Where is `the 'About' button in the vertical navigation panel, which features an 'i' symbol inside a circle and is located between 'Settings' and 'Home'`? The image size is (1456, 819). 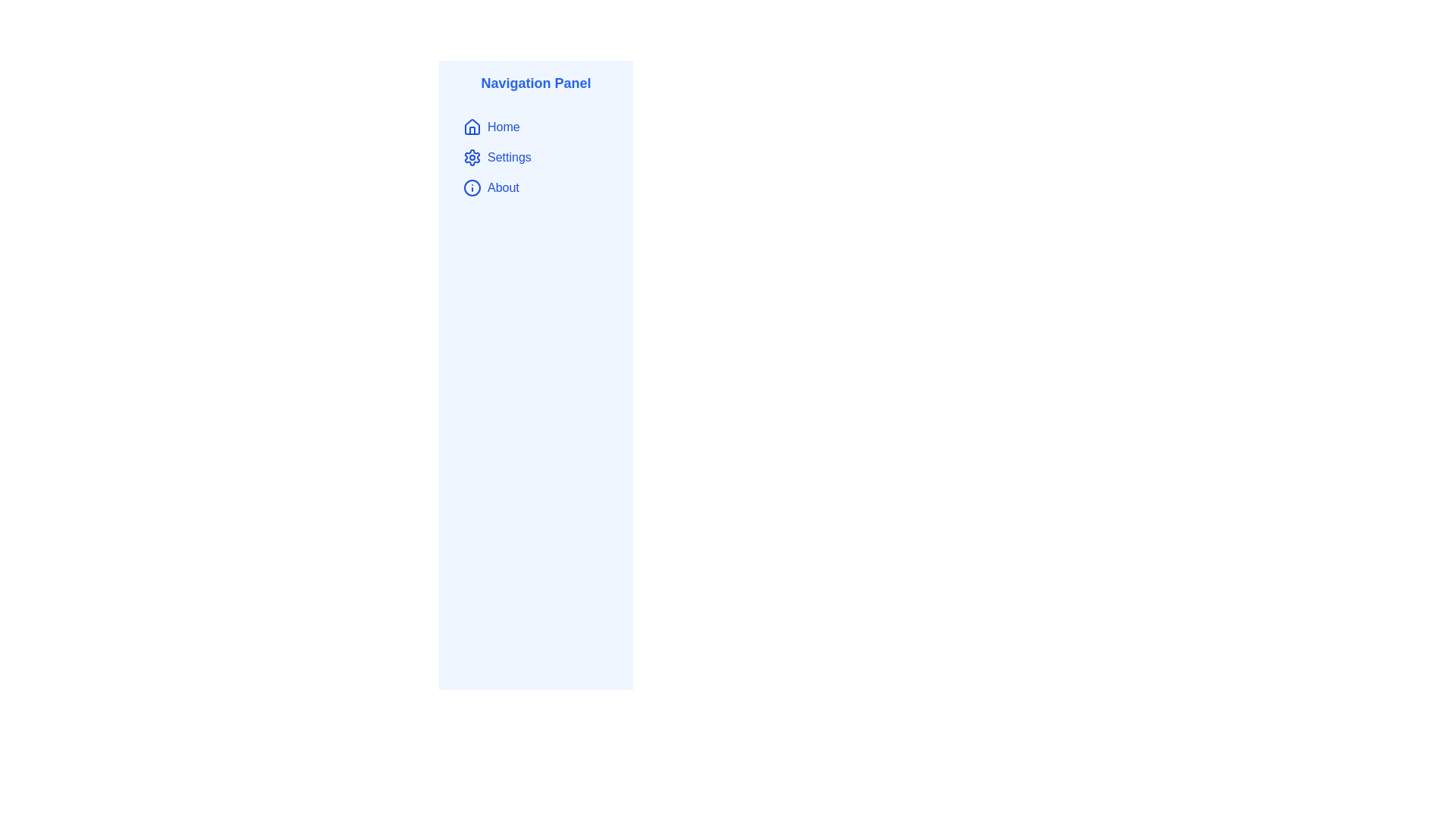
the 'About' button in the vertical navigation panel, which features an 'i' symbol inside a circle and is located between 'Settings' and 'Home' is located at coordinates (535, 187).